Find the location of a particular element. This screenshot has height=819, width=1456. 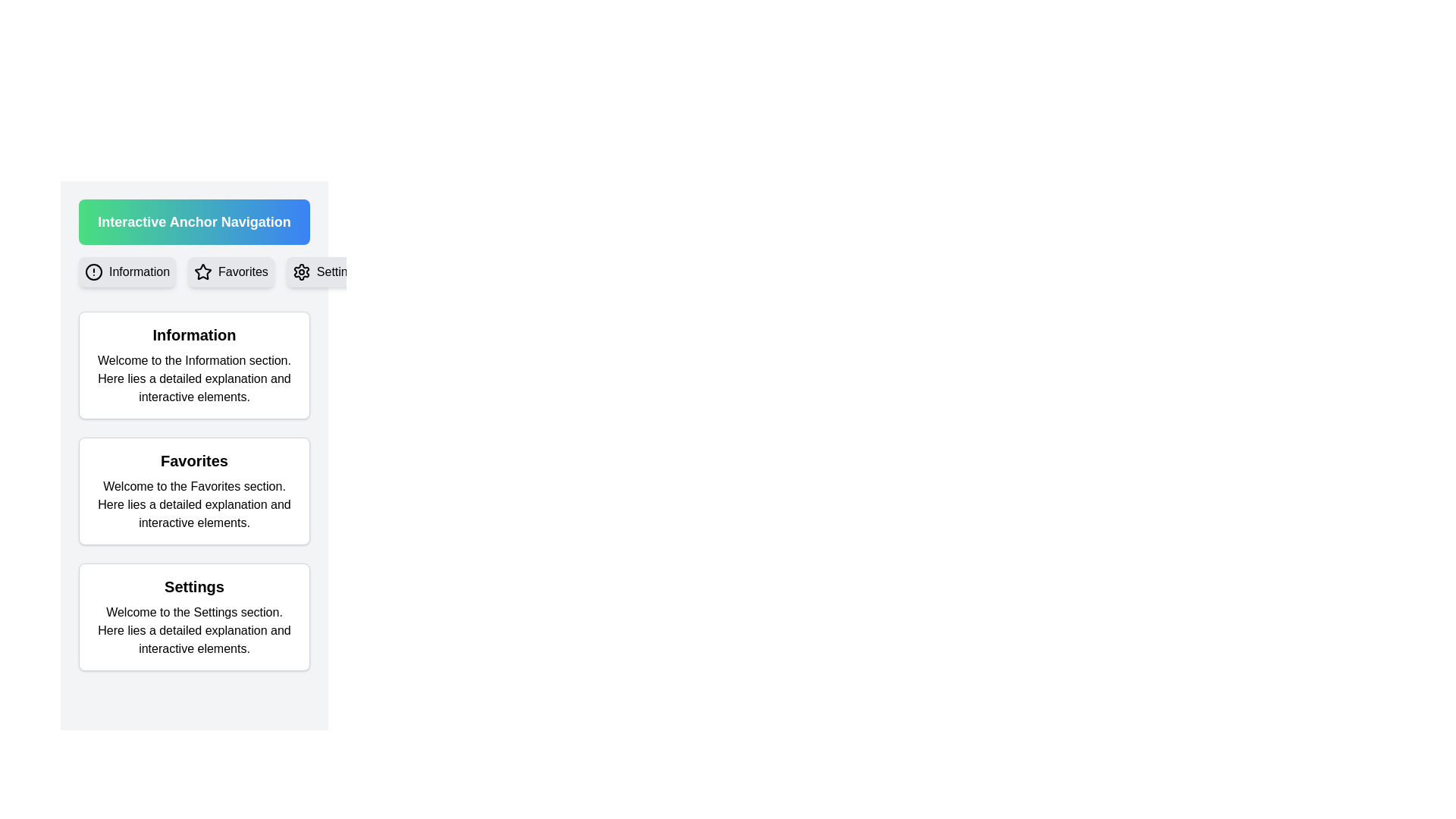

the 'Favorites' button in the navigation bar is located at coordinates (202, 271).